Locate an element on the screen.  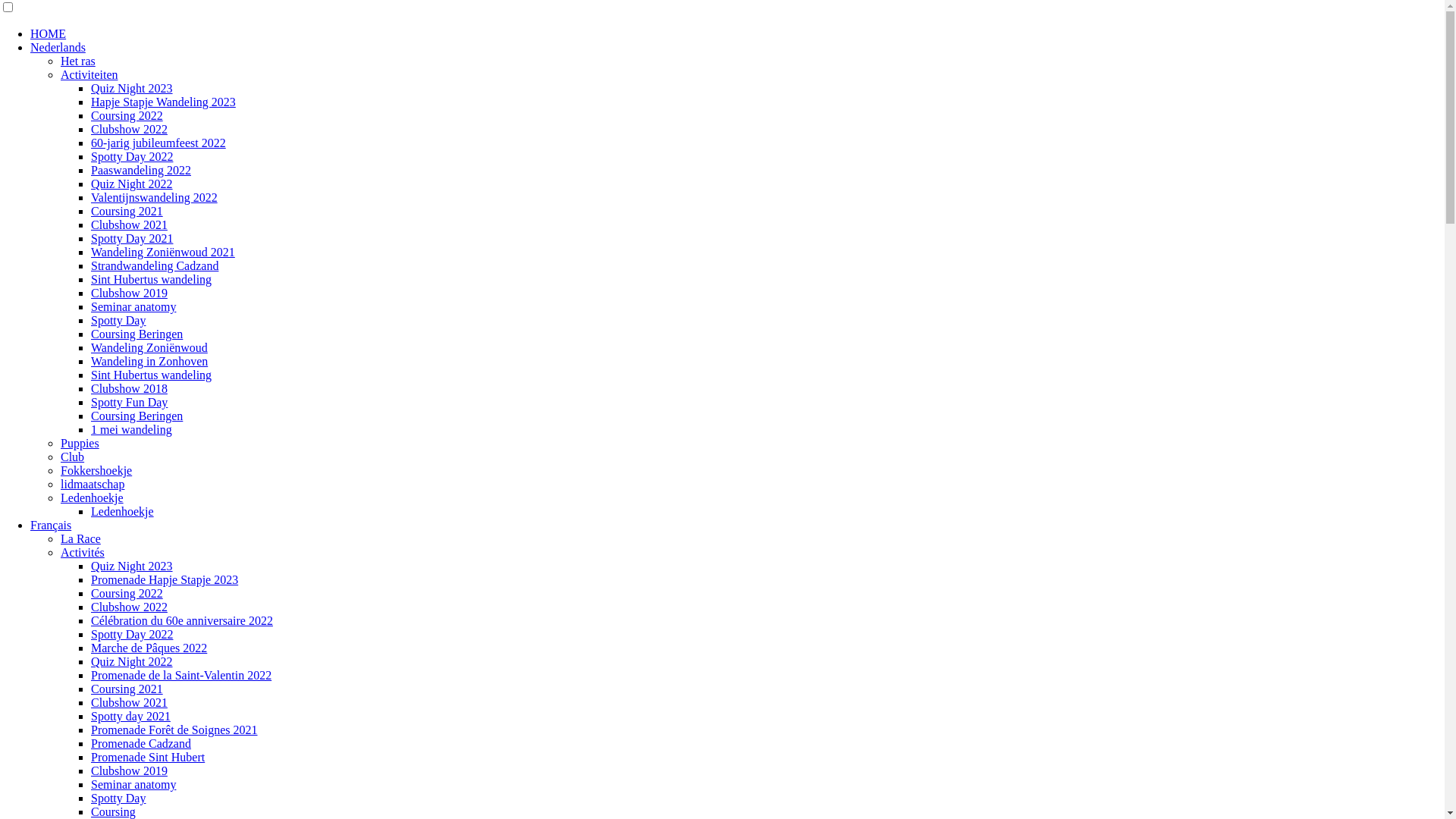
'Seminar anatomy' is located at coordinates (133, 306).